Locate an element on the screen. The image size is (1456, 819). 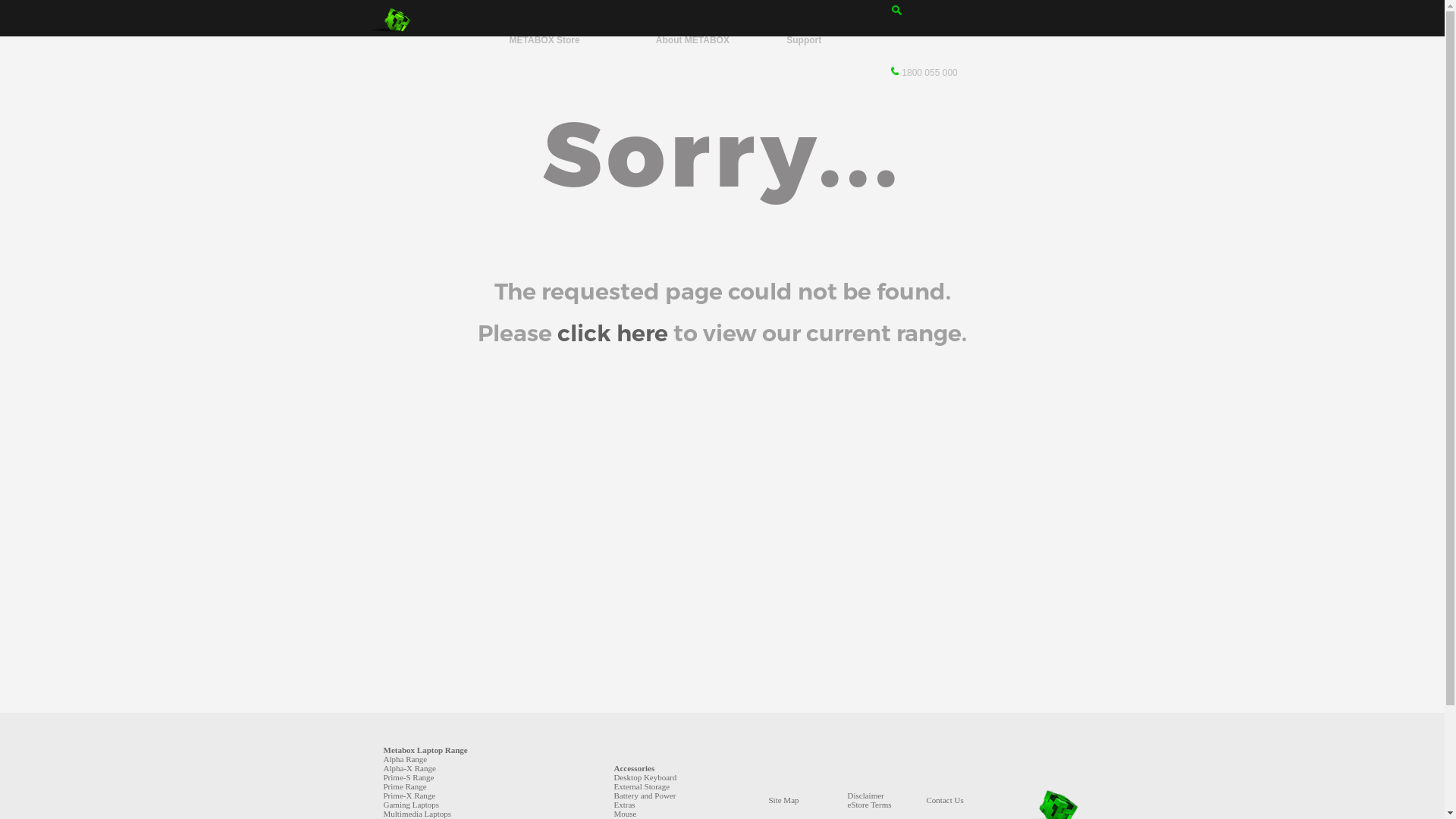
'METABOX Store' is located at coordinates (544, 39).